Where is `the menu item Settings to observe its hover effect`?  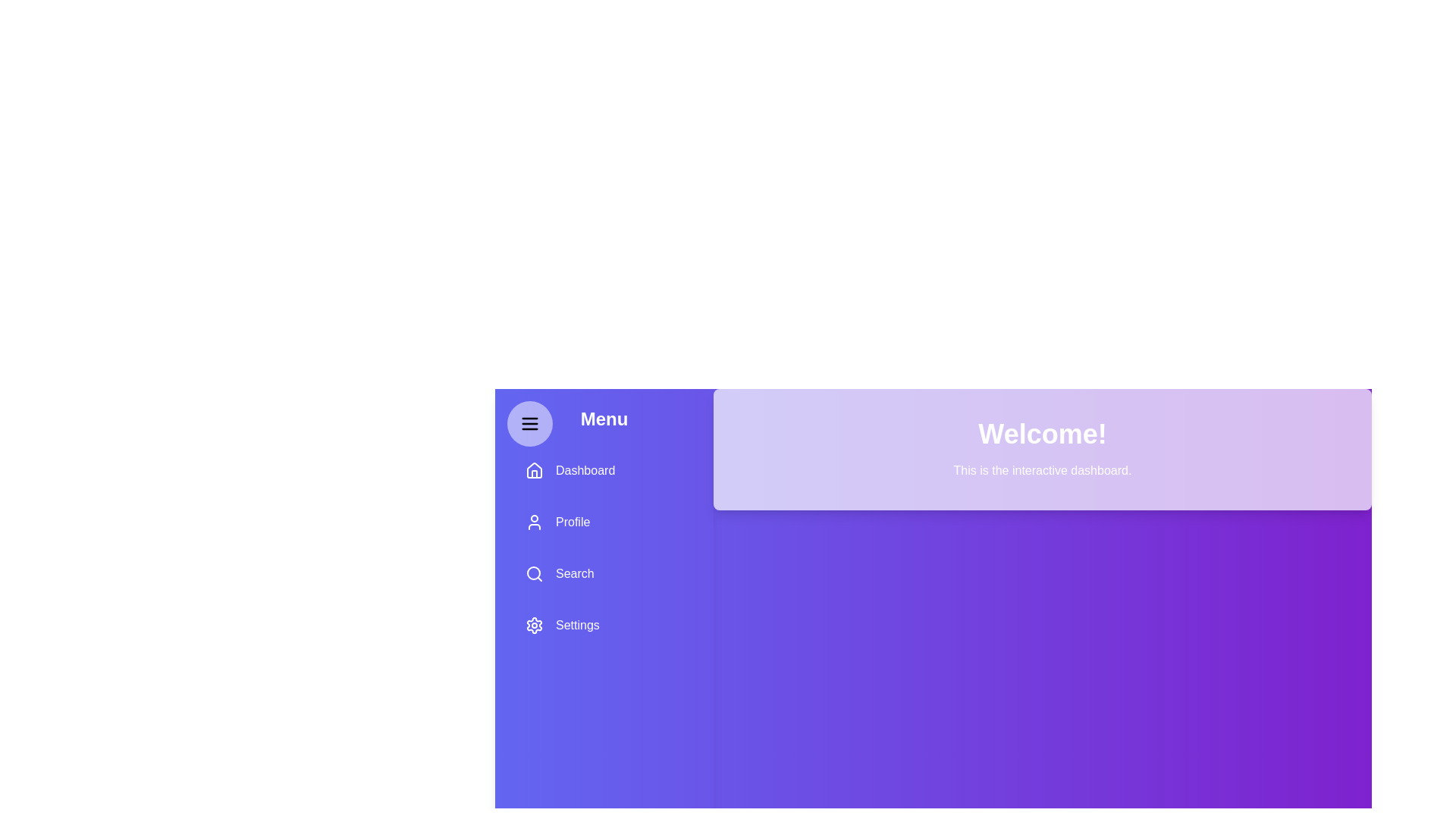
the menu item Settings to observe its hover effect is located at coordinates (603, 626).